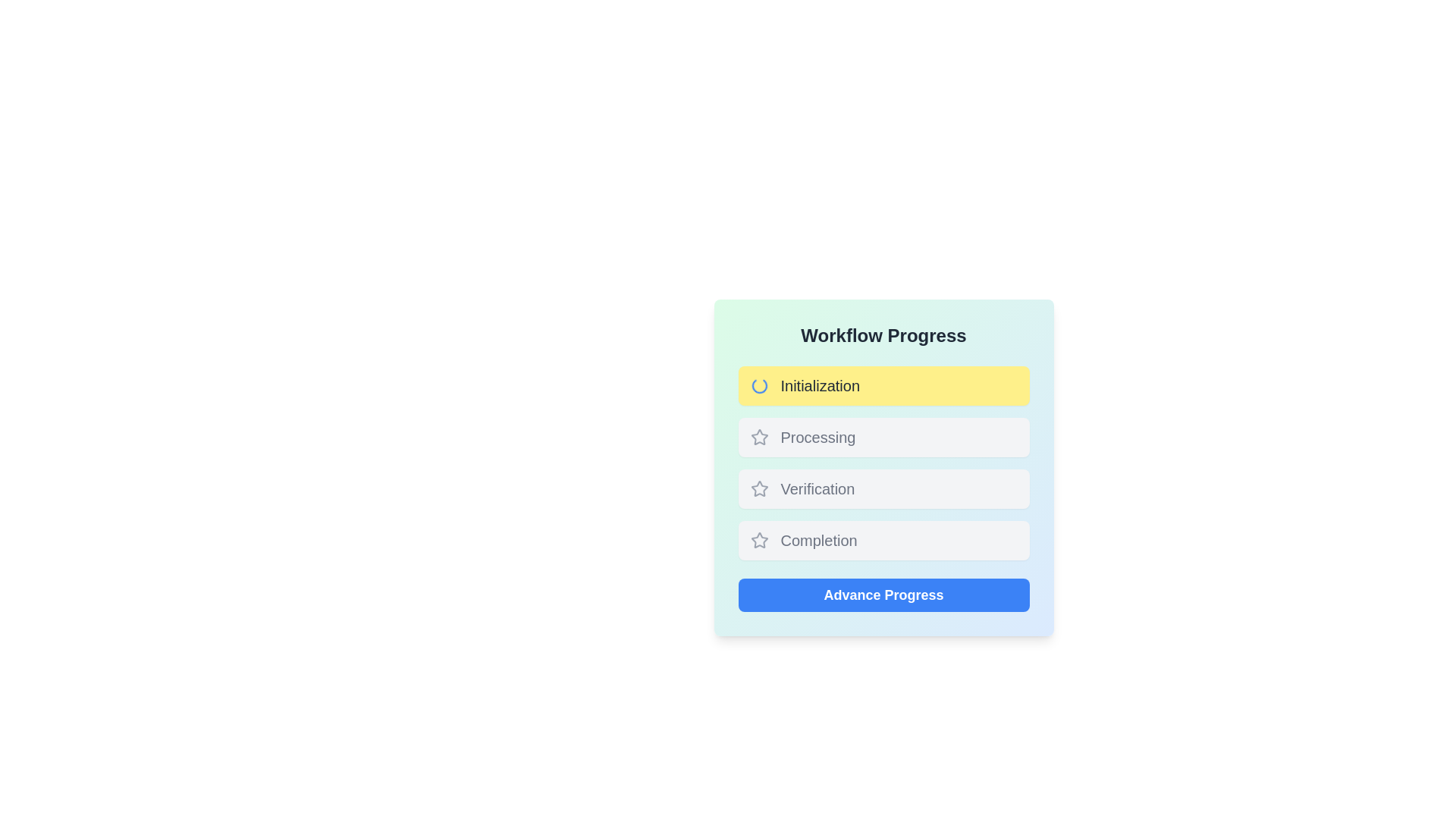 The width and height of the screenshot is (1456, 819). What do you see at coordinates (883, 595) in the screenshot?
I see `the 'Advance Progress' button at the bottom of the 'Workflow Progress' panel` at bounding box center [883, 595].